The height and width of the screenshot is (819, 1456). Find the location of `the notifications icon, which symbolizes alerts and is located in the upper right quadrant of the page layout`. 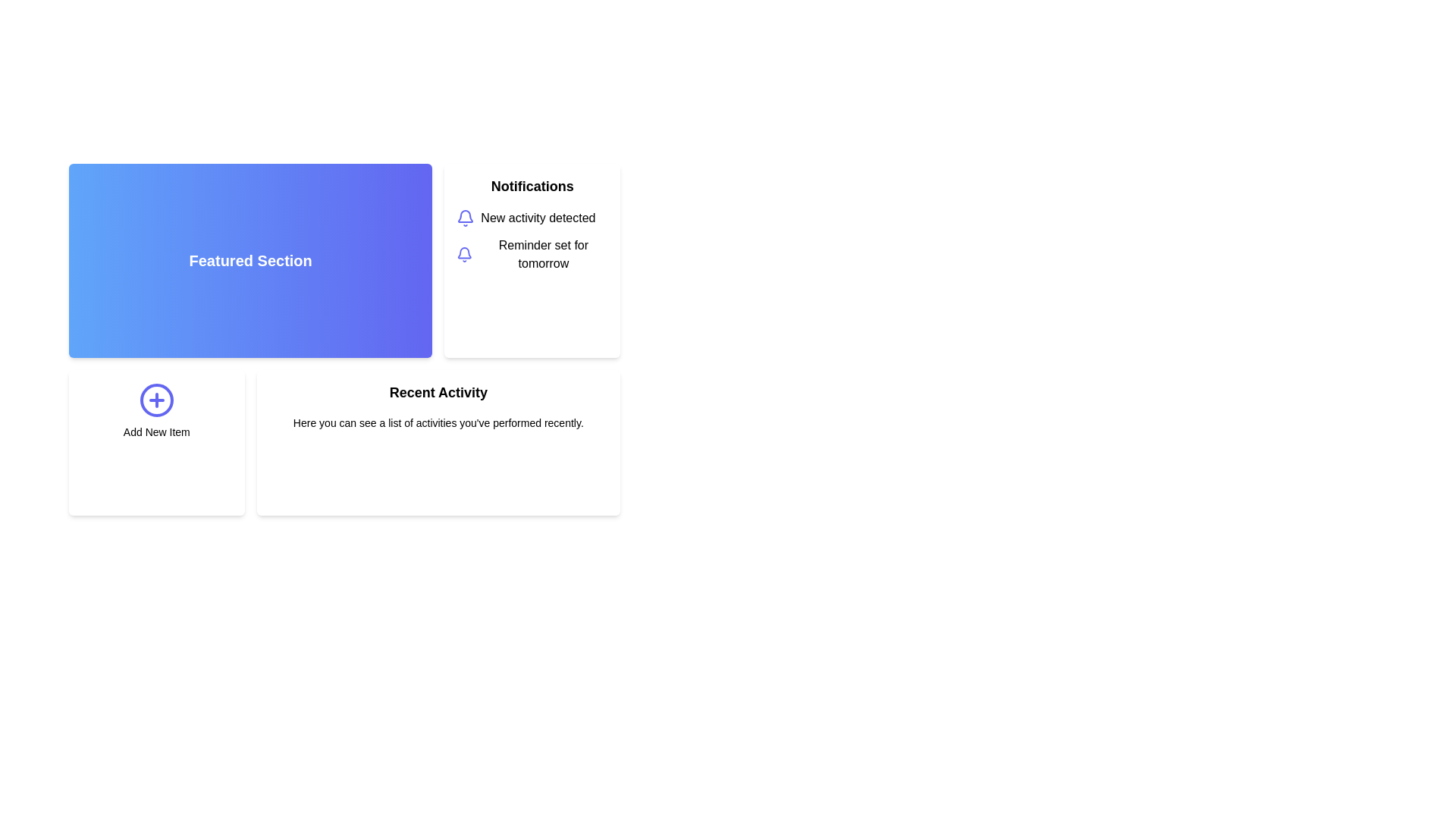

the notifications icon, which symbolizes alerts and is located in the upper right quadrant of the page layout is located at coordinates (465, 216).